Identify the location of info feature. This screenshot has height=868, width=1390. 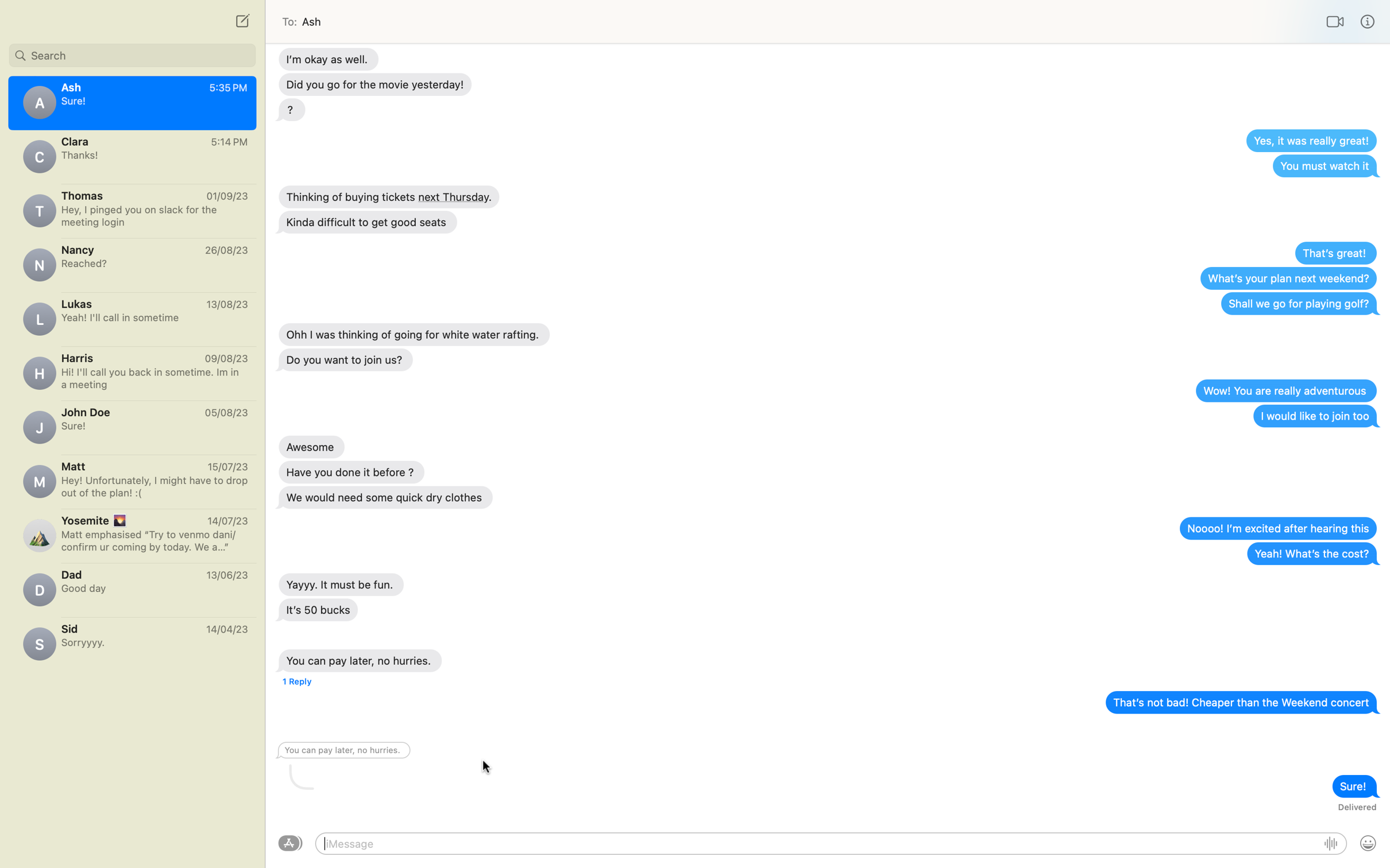
(1368, 21).